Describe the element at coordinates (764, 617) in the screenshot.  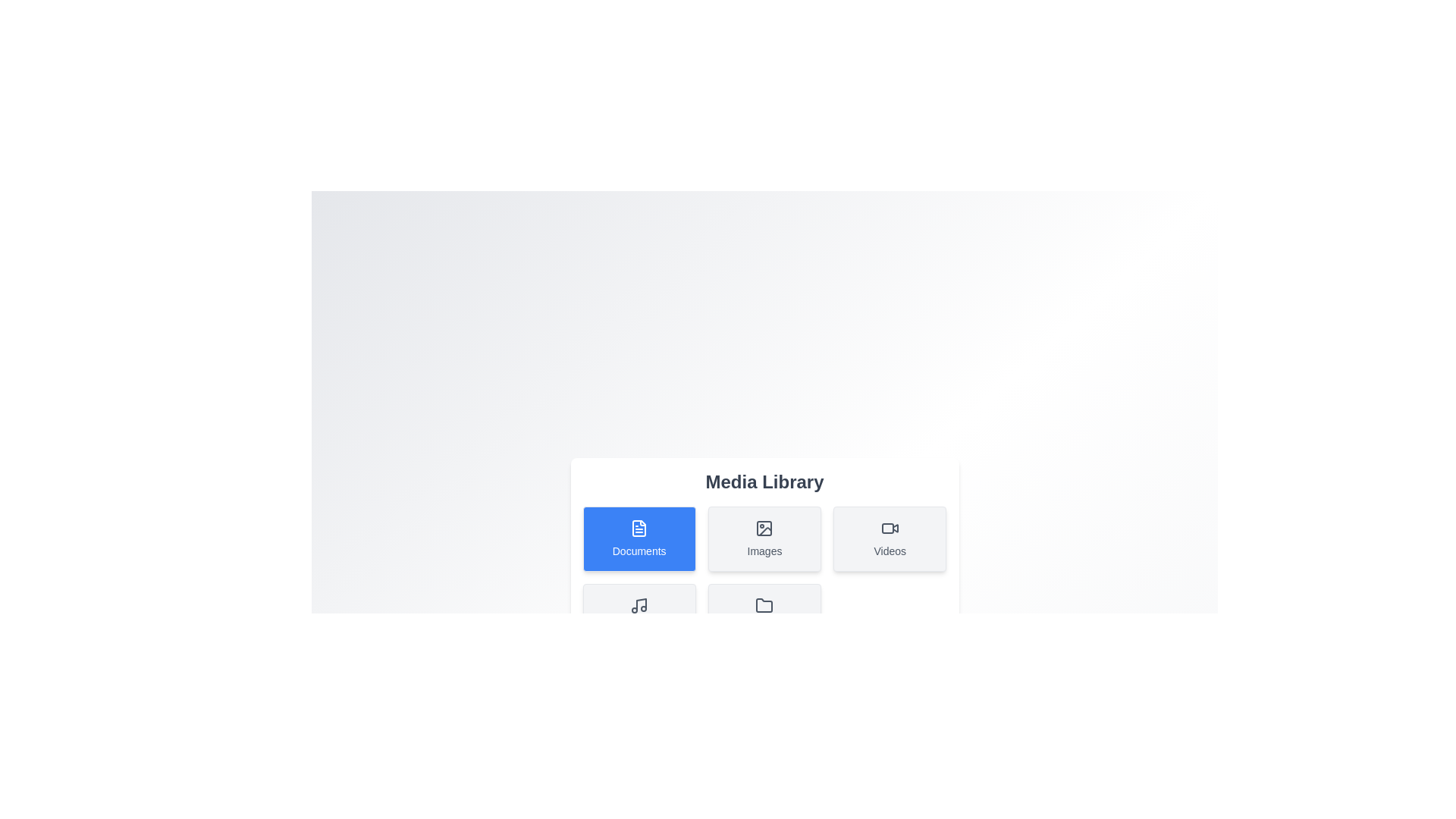
I see `the Archives button to observe the hover effect` at that location.